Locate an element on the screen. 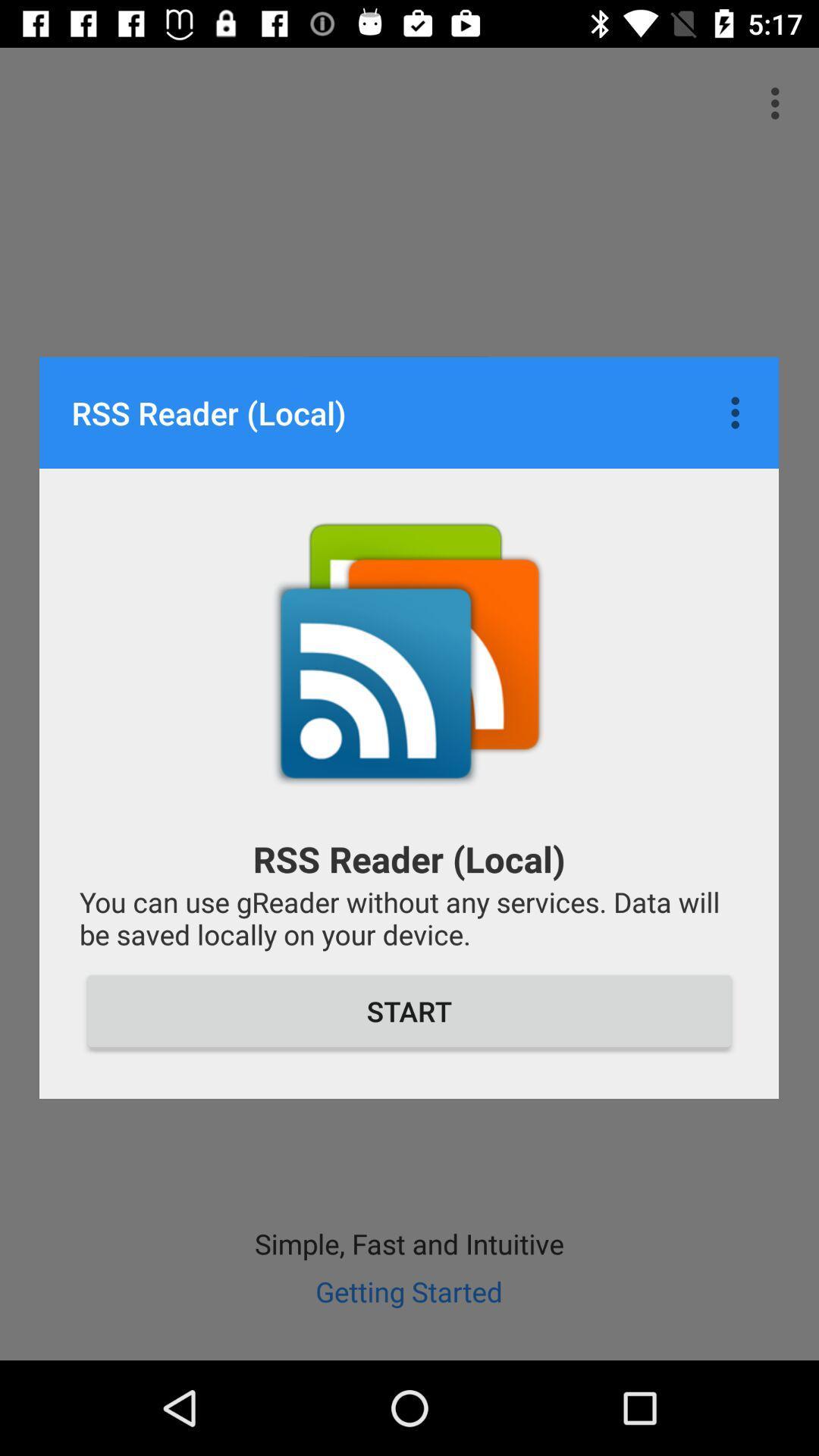 This screenshot has height=1456, width=819. the item at the top right corner is located at coordinates (739, 413).